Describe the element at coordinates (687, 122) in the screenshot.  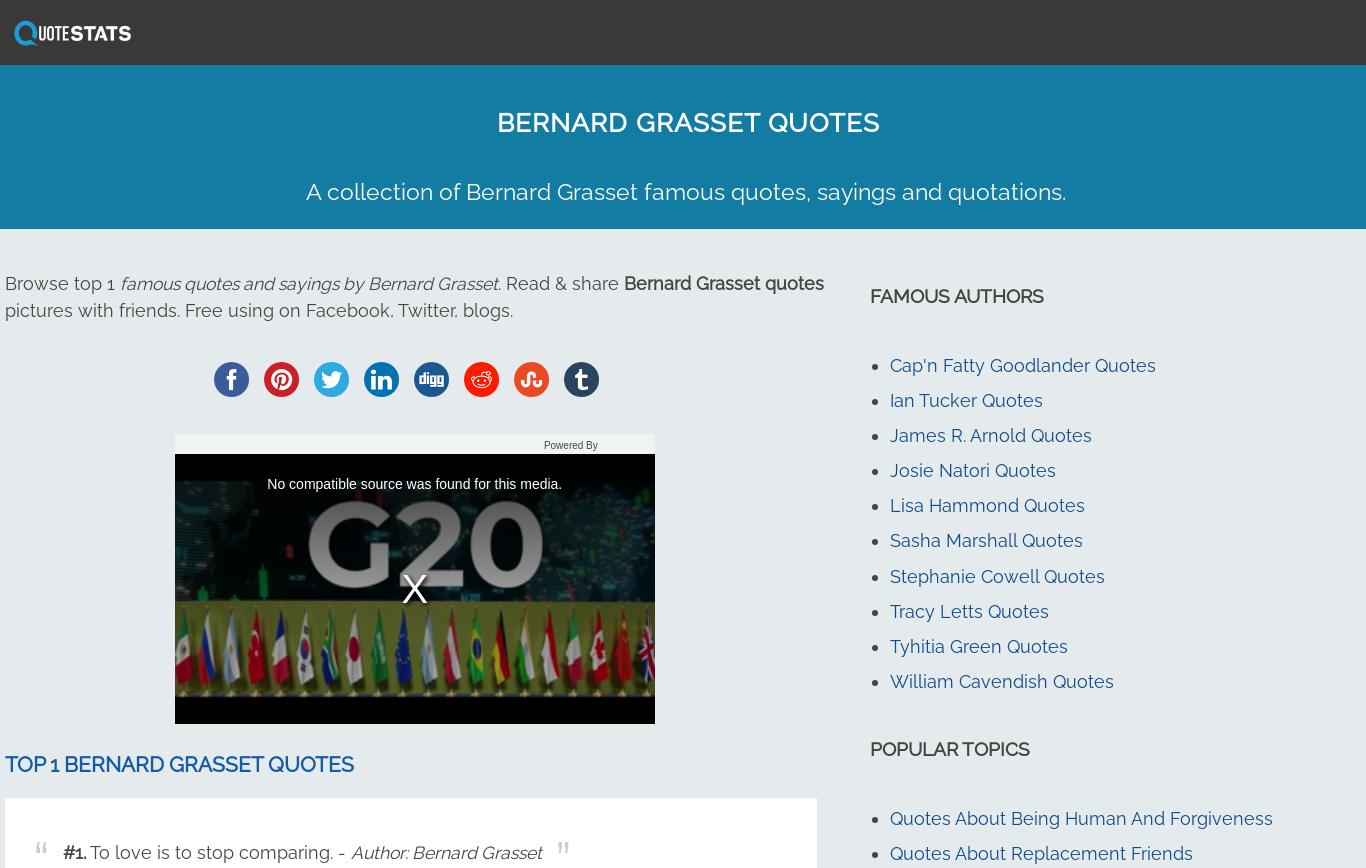
I see `'Bernard Grasset Quotes'` at that location.